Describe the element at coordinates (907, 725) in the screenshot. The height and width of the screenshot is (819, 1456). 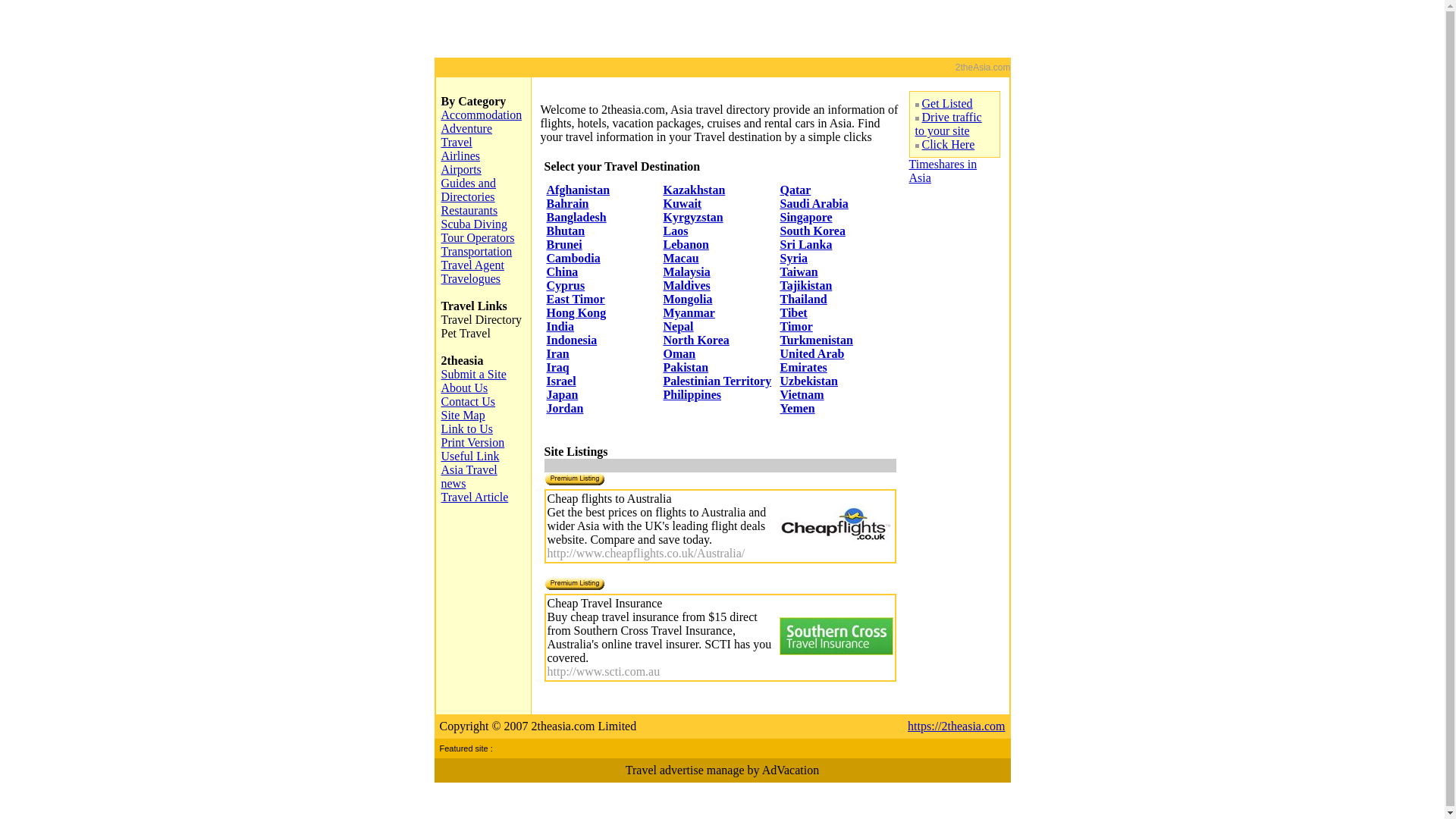
I see `'https://2theasia.com'` at that location.